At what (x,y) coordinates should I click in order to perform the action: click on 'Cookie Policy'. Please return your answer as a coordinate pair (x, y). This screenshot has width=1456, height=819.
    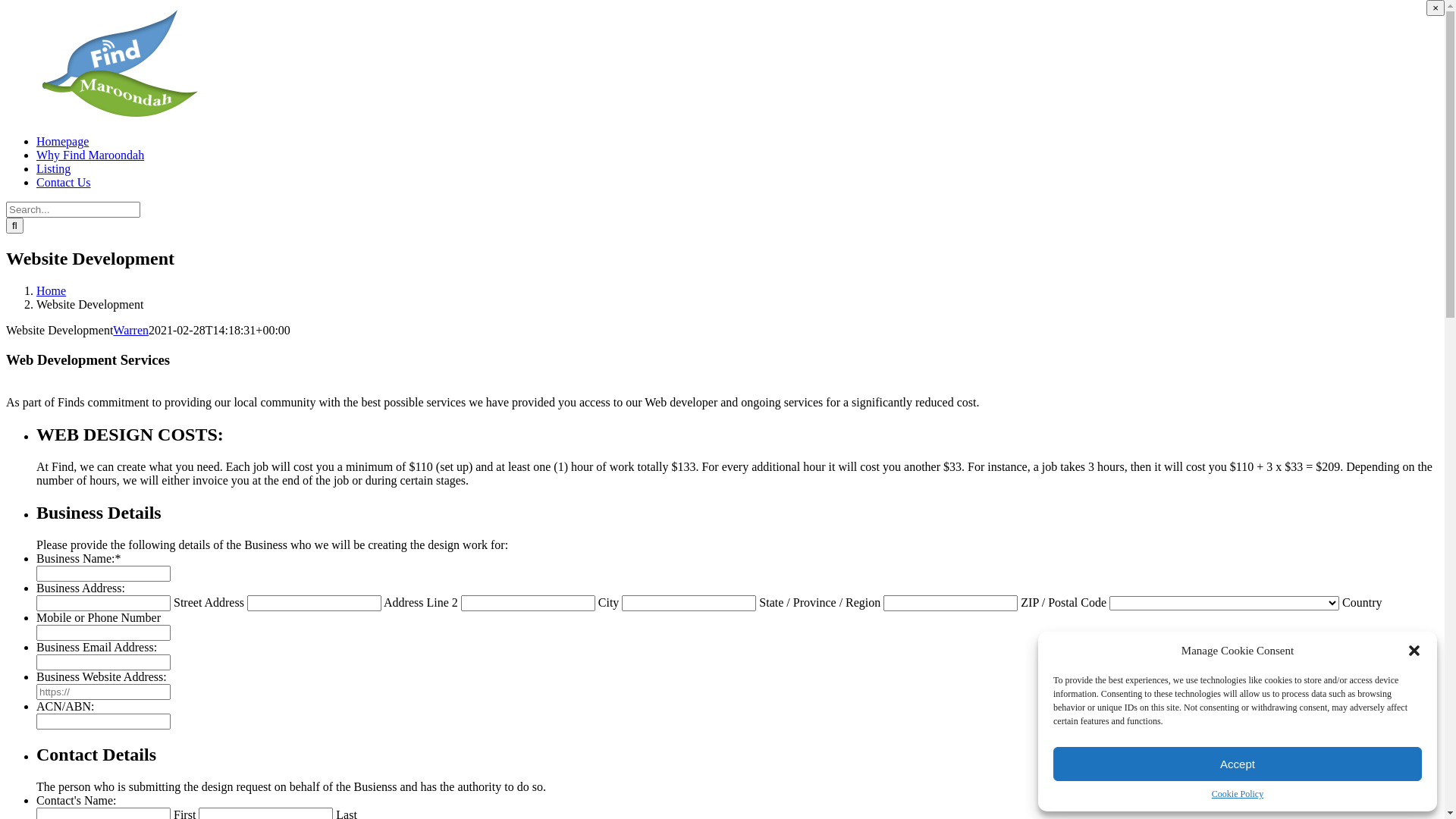
    Looking at the image, I should click on (1238, 793).